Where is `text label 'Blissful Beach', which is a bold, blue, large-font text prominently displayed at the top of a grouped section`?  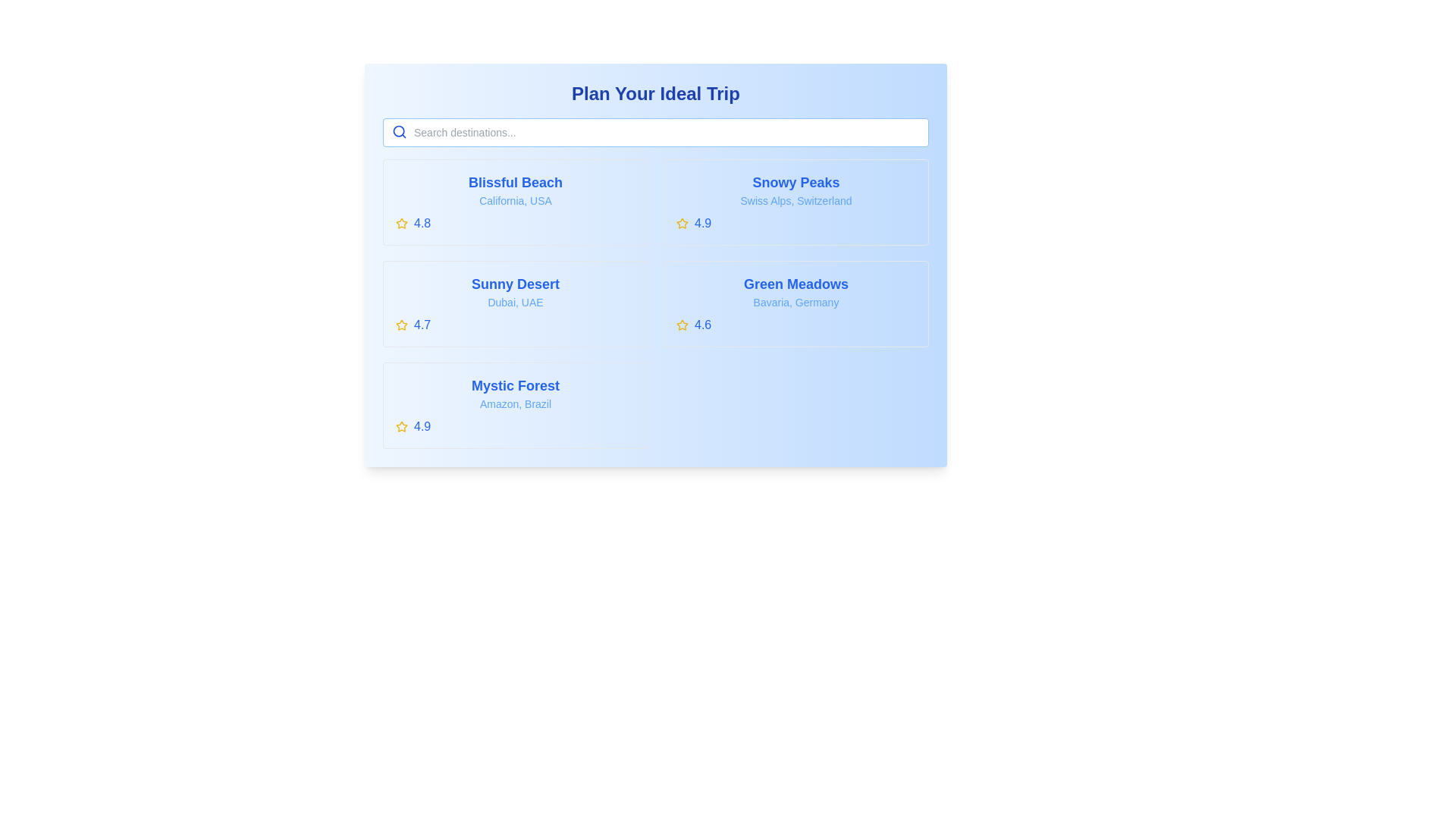 text label 'Blissful Beach', which is a bold, blue, large-font text prominently displayed at the top of a grouped section is located at coordinates (516, 181).